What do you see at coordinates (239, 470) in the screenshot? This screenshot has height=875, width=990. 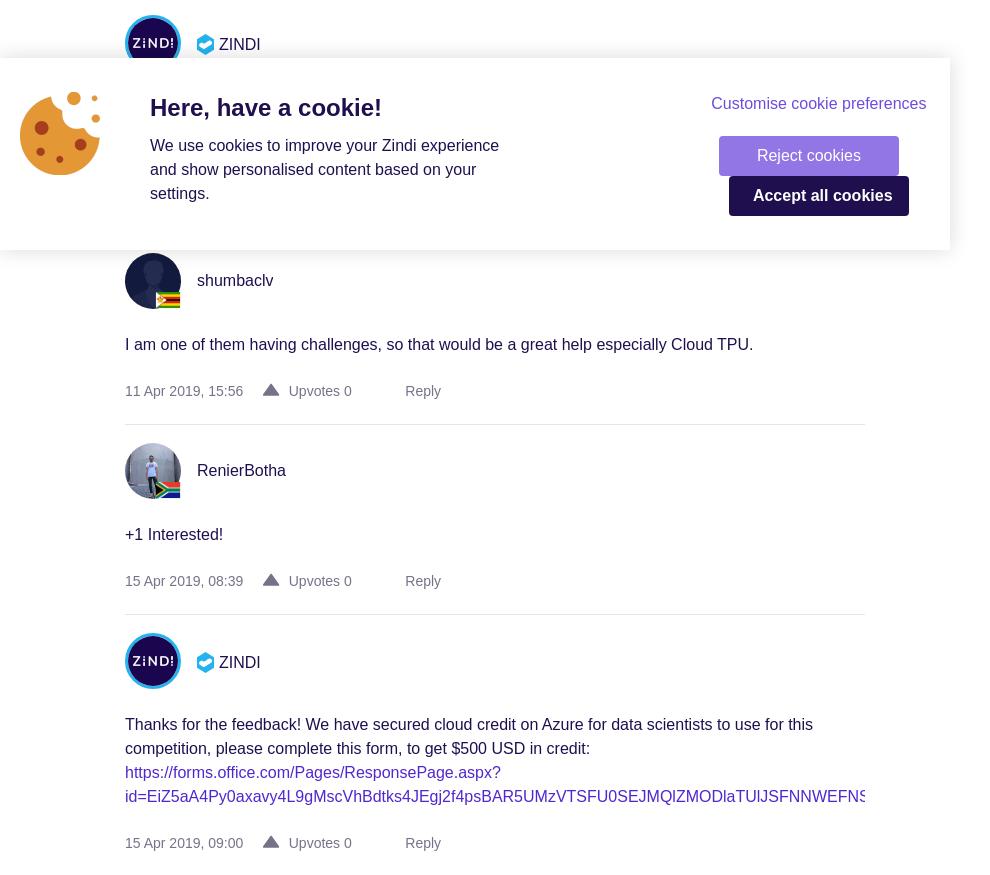 I see `'RenierBotha'` at bounding box center [239, 470].